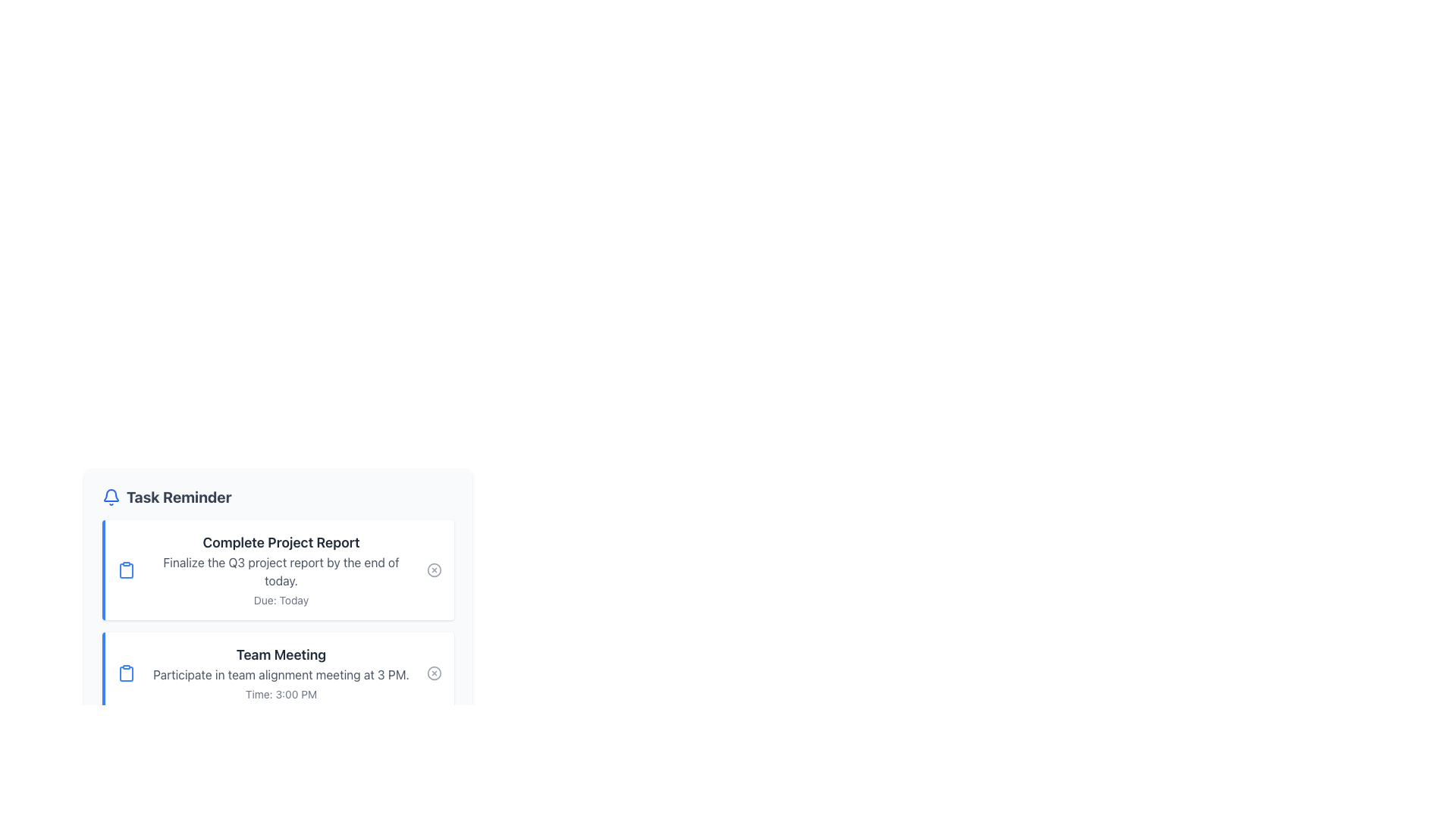  What do you see at coordinates (127, 672) in the screenshot?
I see `the blue clipboard icon located on the second card in the 'Task Reminder' section, which is positioned next to the 'Team Meeting' text` at bounding box center [127, 672].